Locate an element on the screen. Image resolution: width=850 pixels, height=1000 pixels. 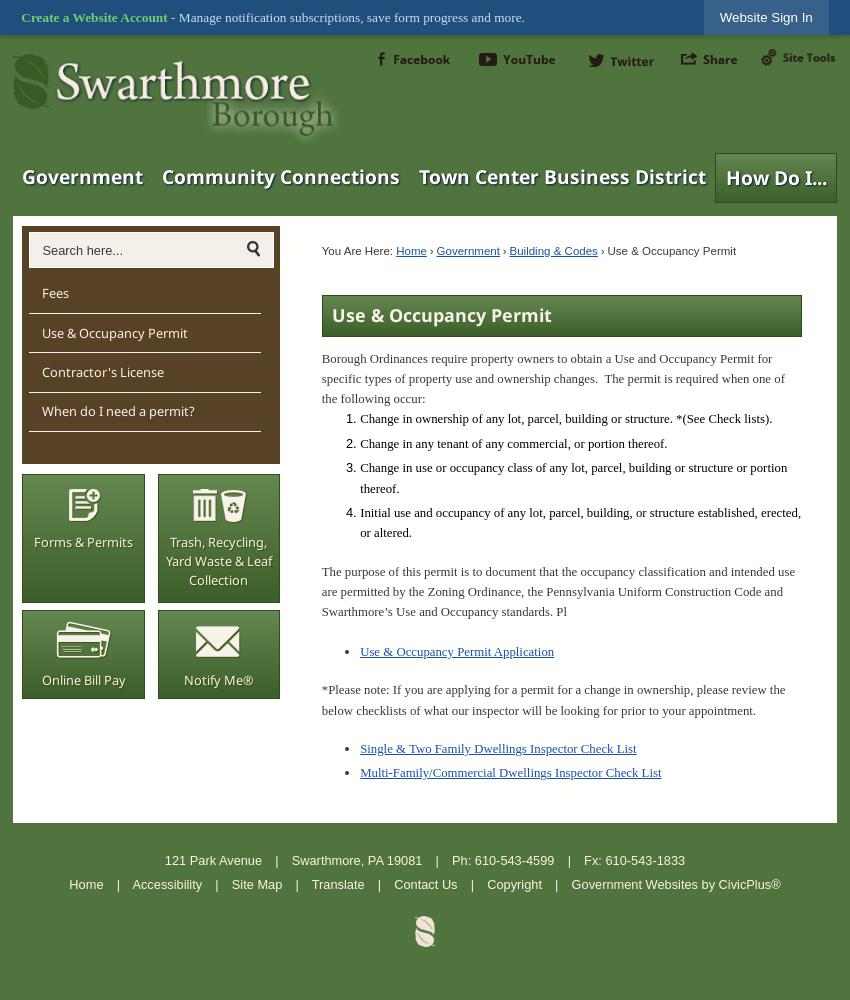
'You Are Here:' is located at coordinates (356, 250).